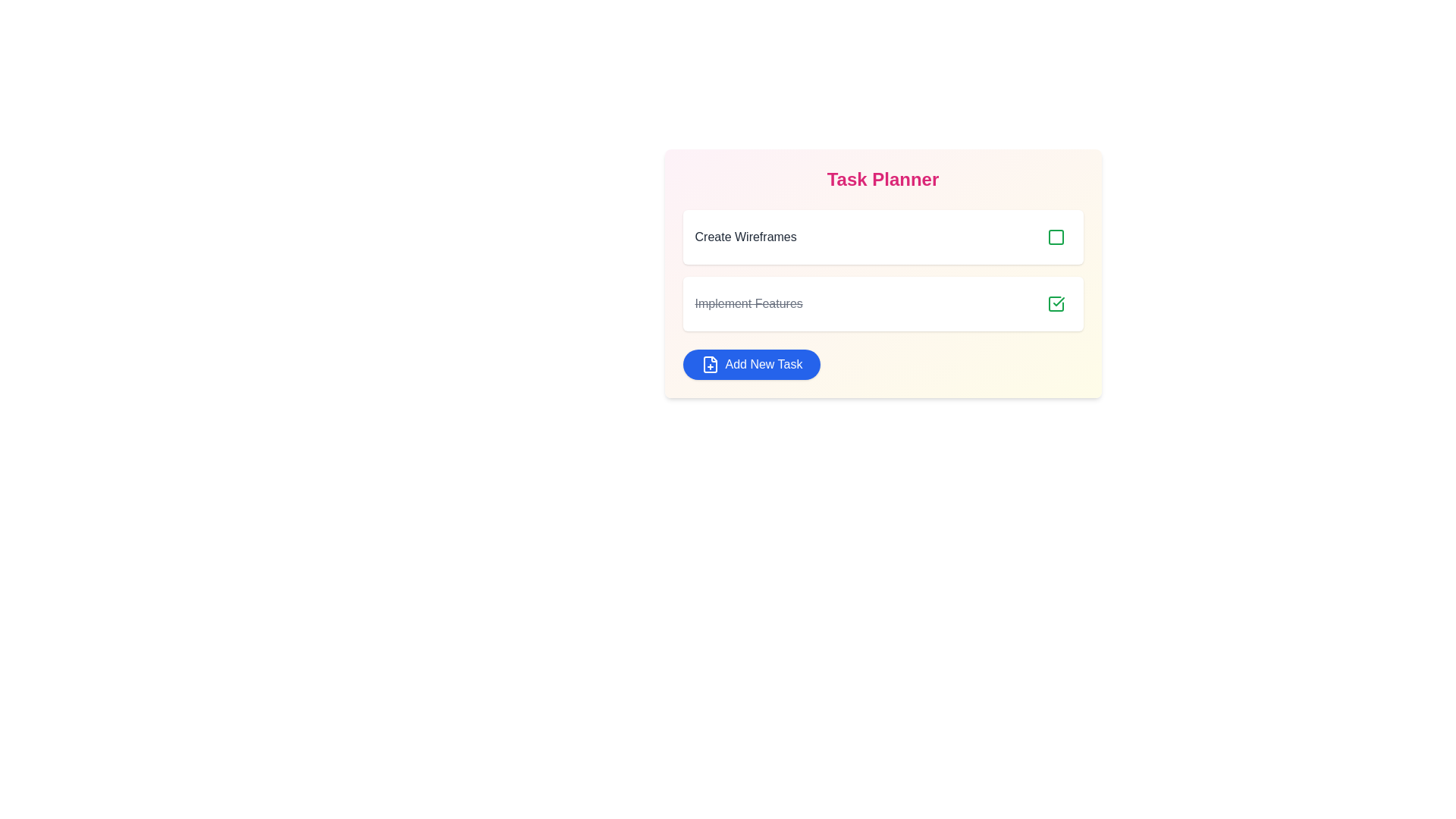 This screenshot has width=1456, height=819. What do you see at coordinates (709, 365) in the screenshot?
I see `the 'Add' icon with a document and a plus symbol, located within the 'Add New Task' button at the bottom of the interface` at bounding box center [709, 365].